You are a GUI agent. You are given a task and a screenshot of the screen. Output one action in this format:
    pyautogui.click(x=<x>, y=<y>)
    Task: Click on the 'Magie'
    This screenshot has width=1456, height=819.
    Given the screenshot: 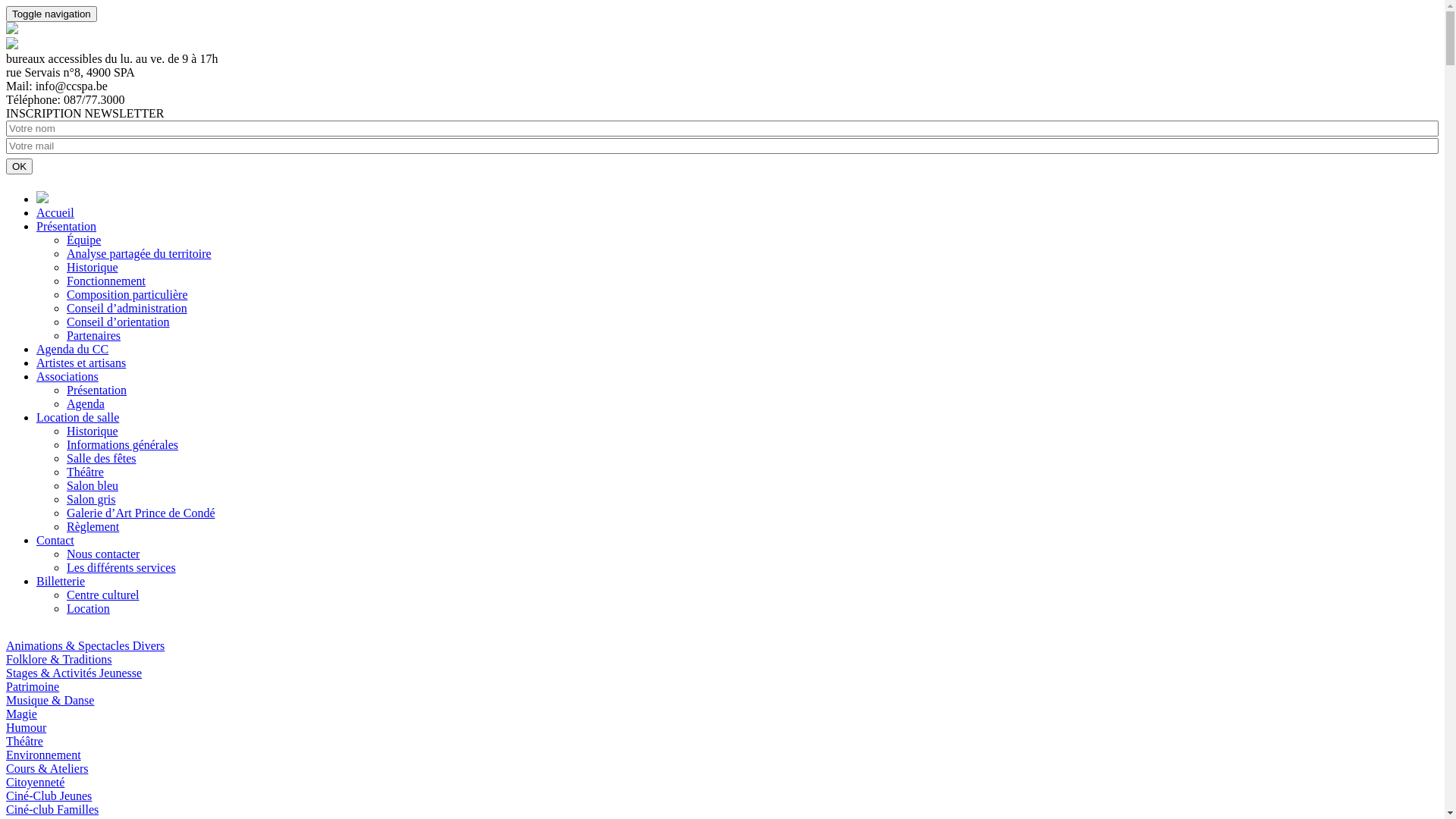 What is the action you would take?
    pyautogui.click(x=6, y=714)
    